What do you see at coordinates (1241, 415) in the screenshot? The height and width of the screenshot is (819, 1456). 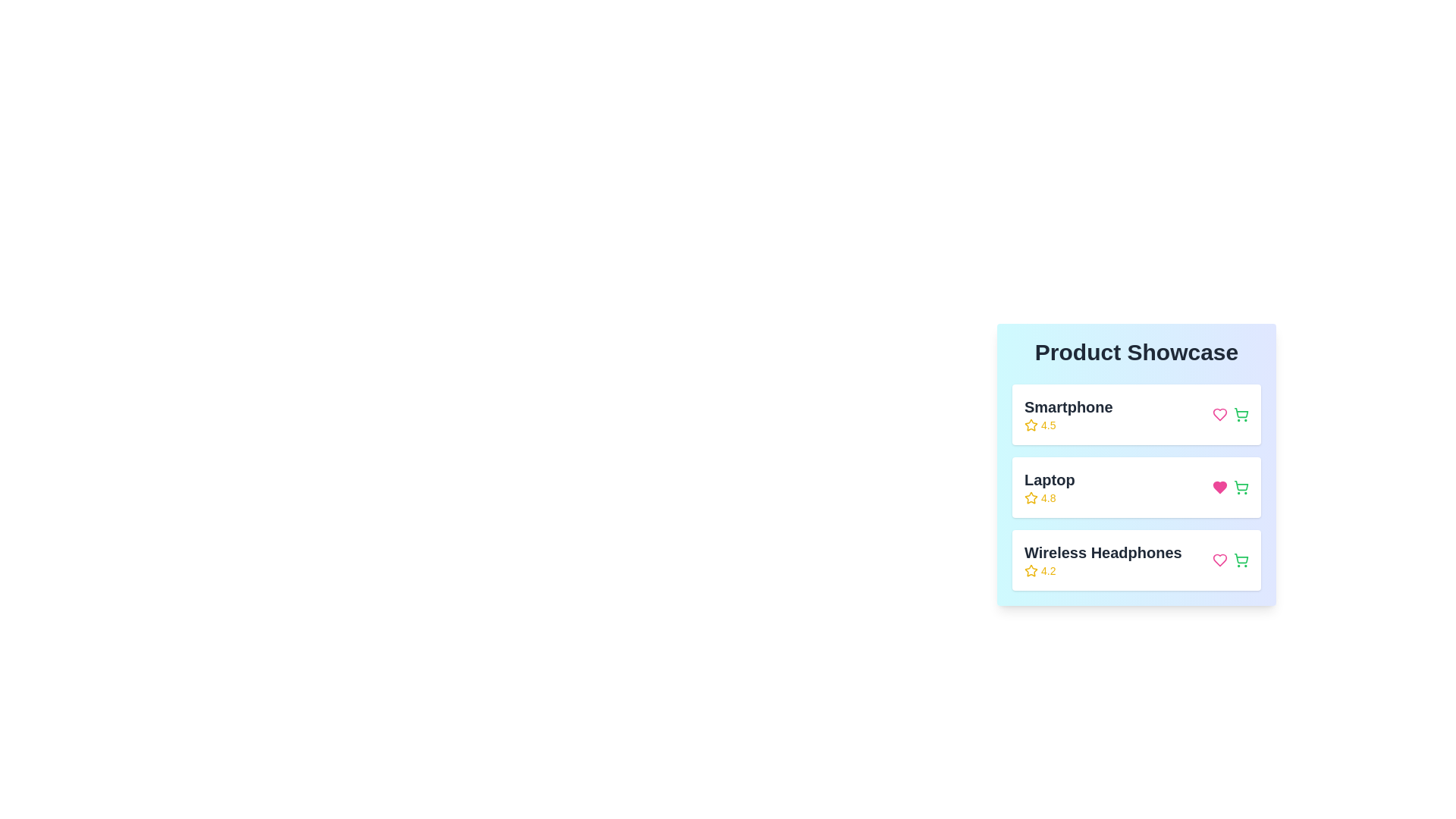 I see `shopping cart button for the product Smartphone` at bounding box center [1241, 415].